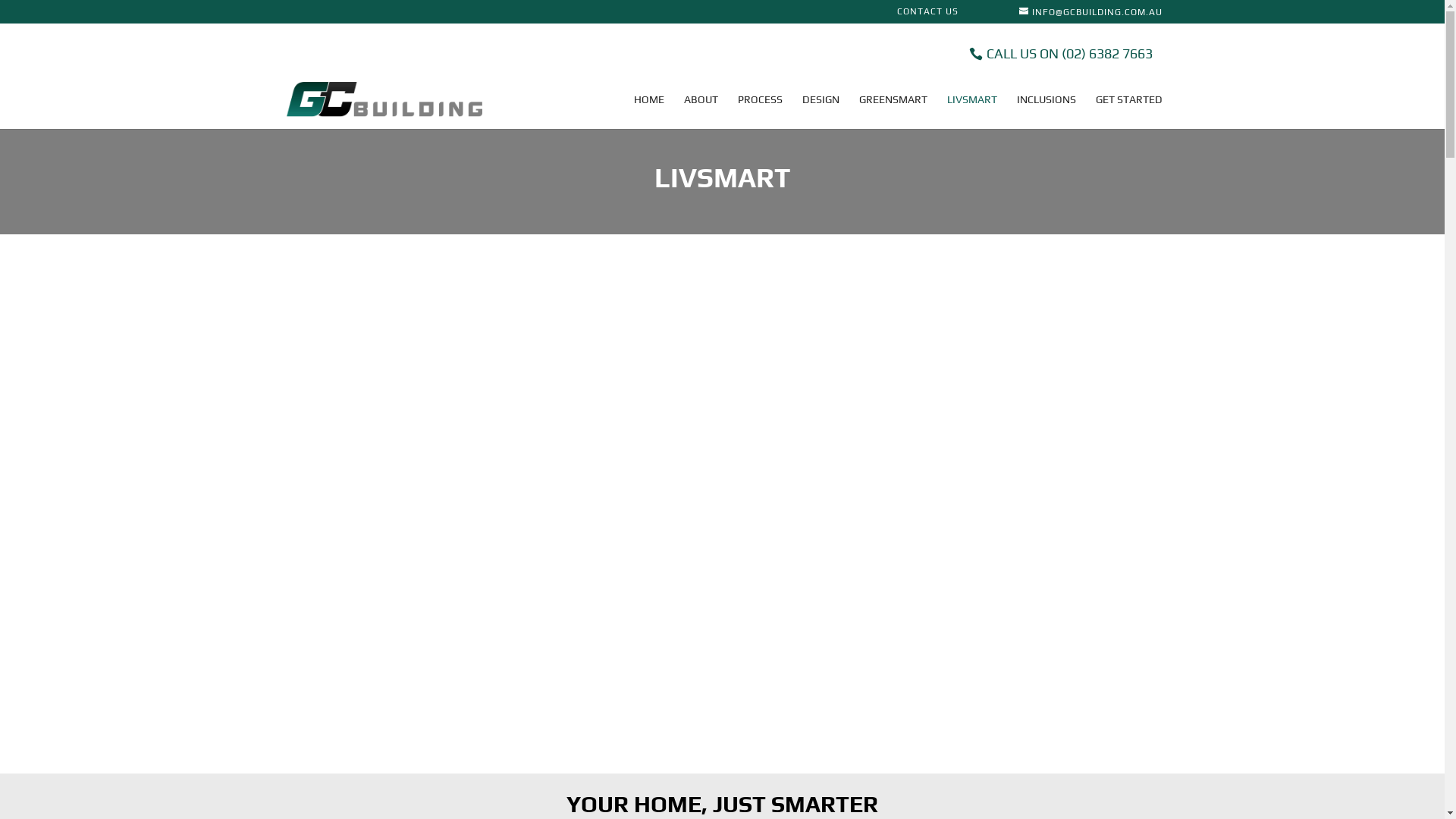  Describe the element at coordinates (971, 110) in the screenshot. I see `'LIVSMART'` at that location.